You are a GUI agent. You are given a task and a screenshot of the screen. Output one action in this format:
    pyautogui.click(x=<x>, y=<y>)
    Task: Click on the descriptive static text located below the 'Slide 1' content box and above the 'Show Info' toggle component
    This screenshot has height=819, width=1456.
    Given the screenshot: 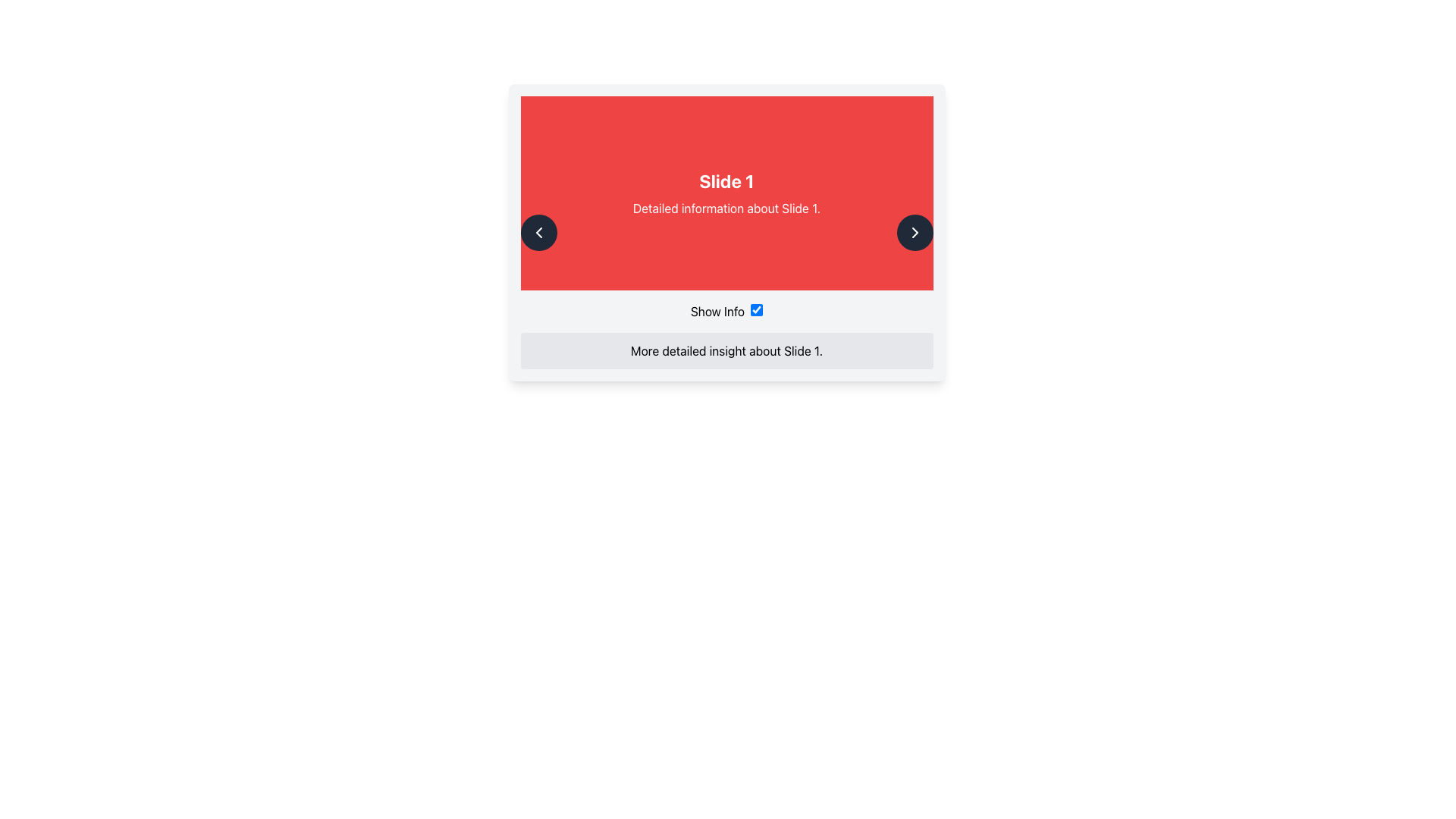 What is the action you would take?
    pyautogui.click(x=726, y=350)
    